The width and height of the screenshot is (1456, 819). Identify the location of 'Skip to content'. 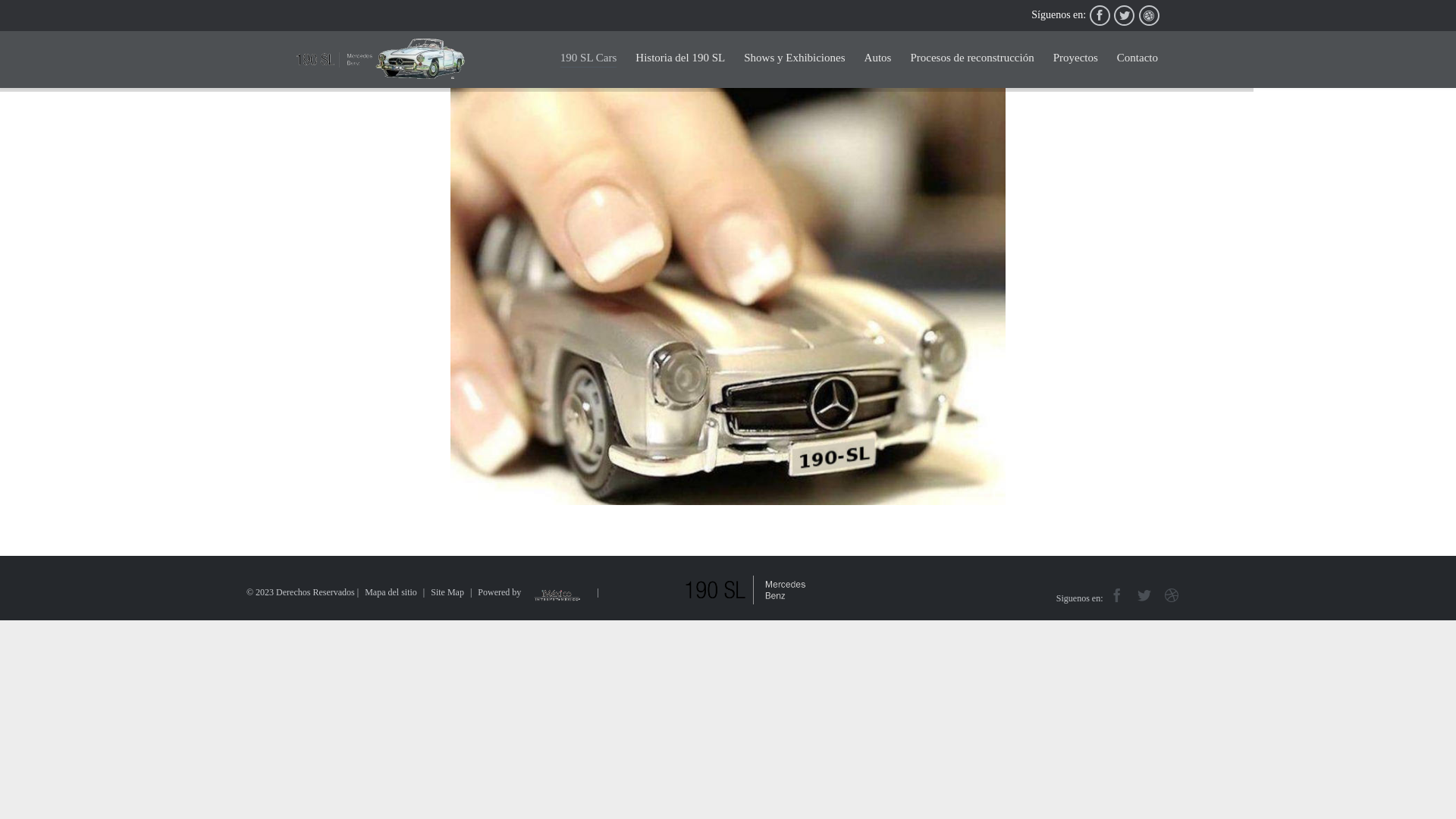
(1167, 44).